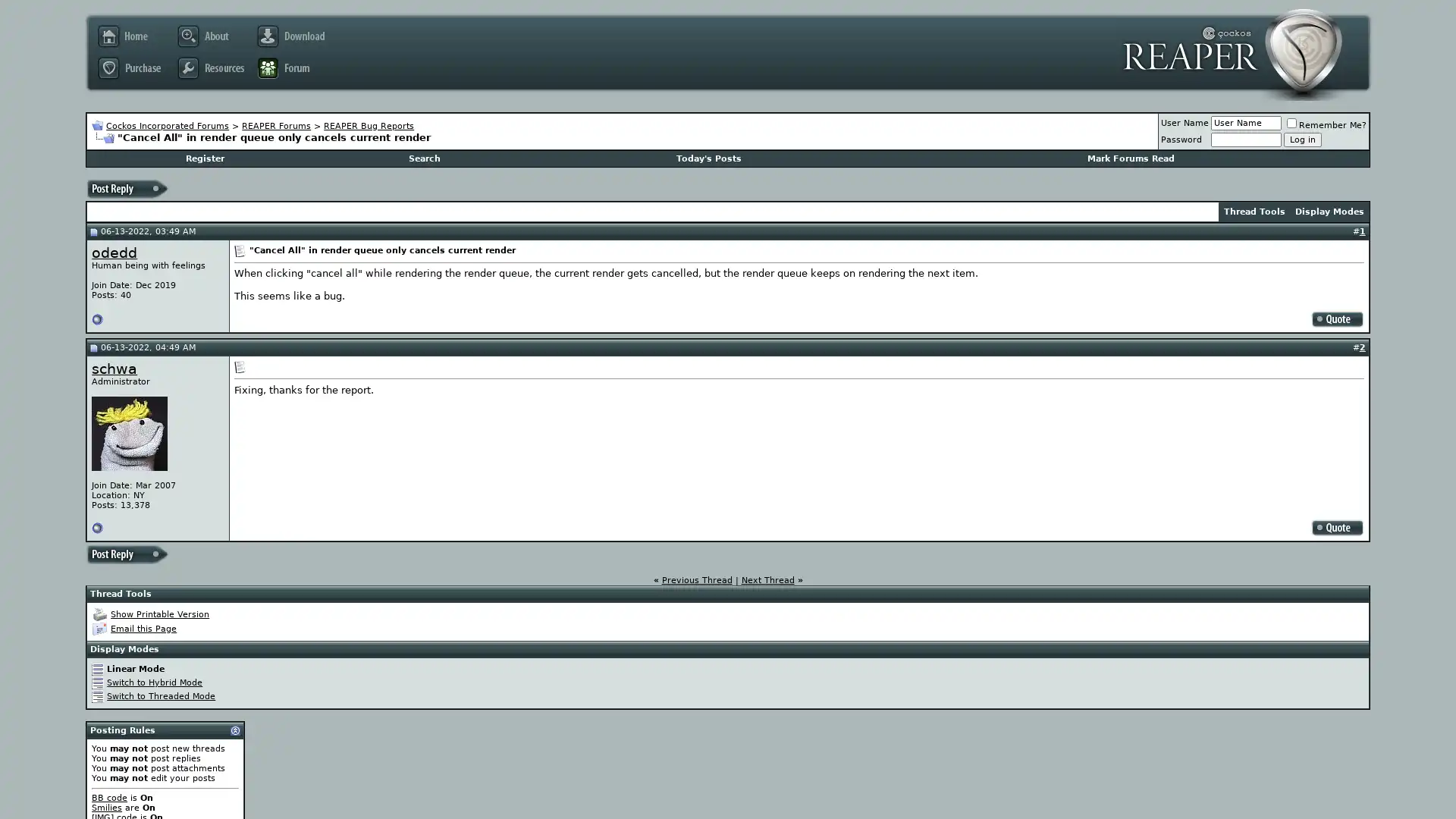  Describe the element at coordinates (1301, 140) in the screenshot. I see `Log in` at that location.